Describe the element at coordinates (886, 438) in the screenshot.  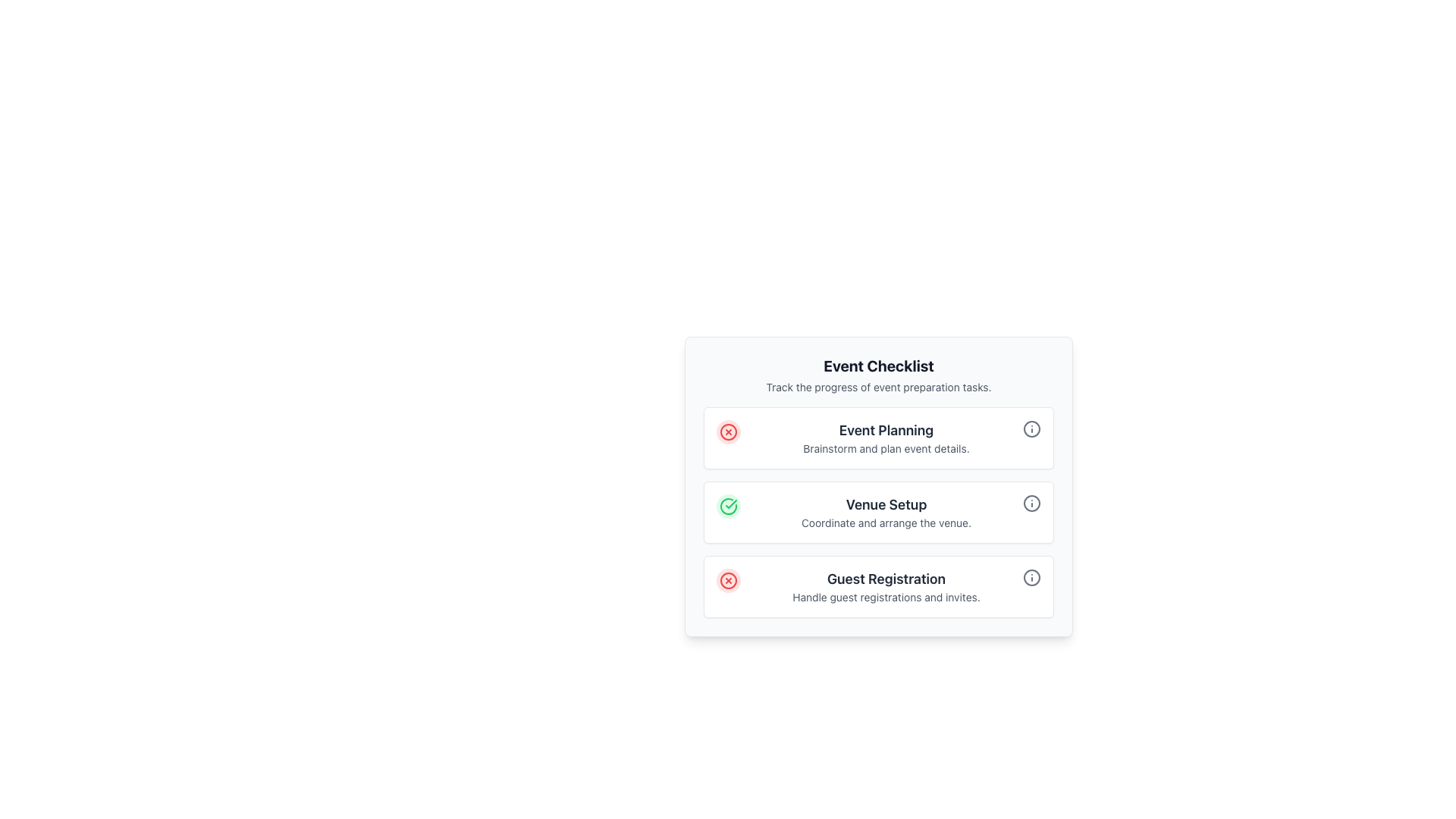
I see `text that provides an overview of the 'Event Planning' task located within the first card of the 'Event Checklist' section` at that location.